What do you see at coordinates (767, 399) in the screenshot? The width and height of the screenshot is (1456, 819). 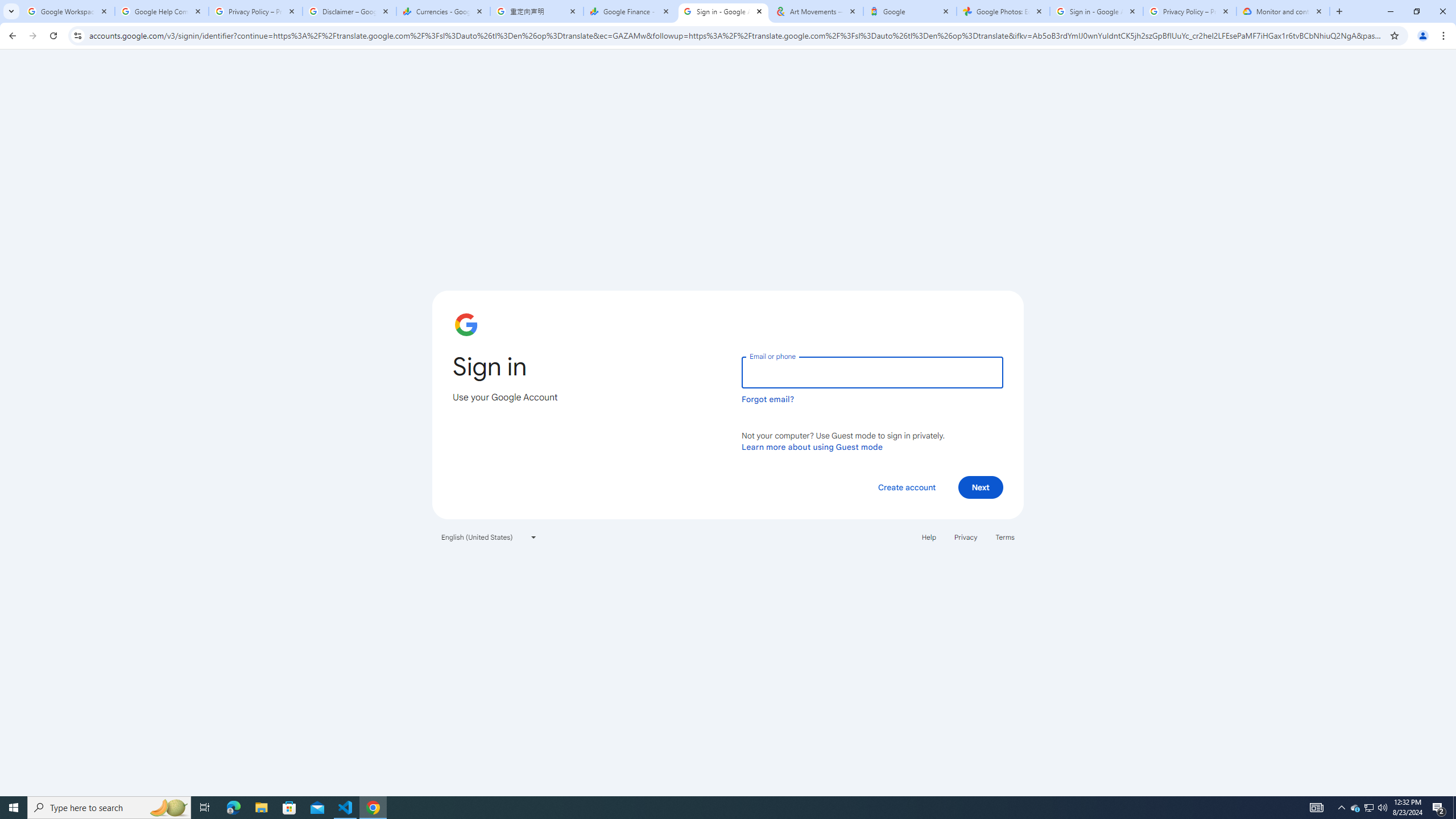 I see `'Forgot email?'` at bounding box center [767, 399].